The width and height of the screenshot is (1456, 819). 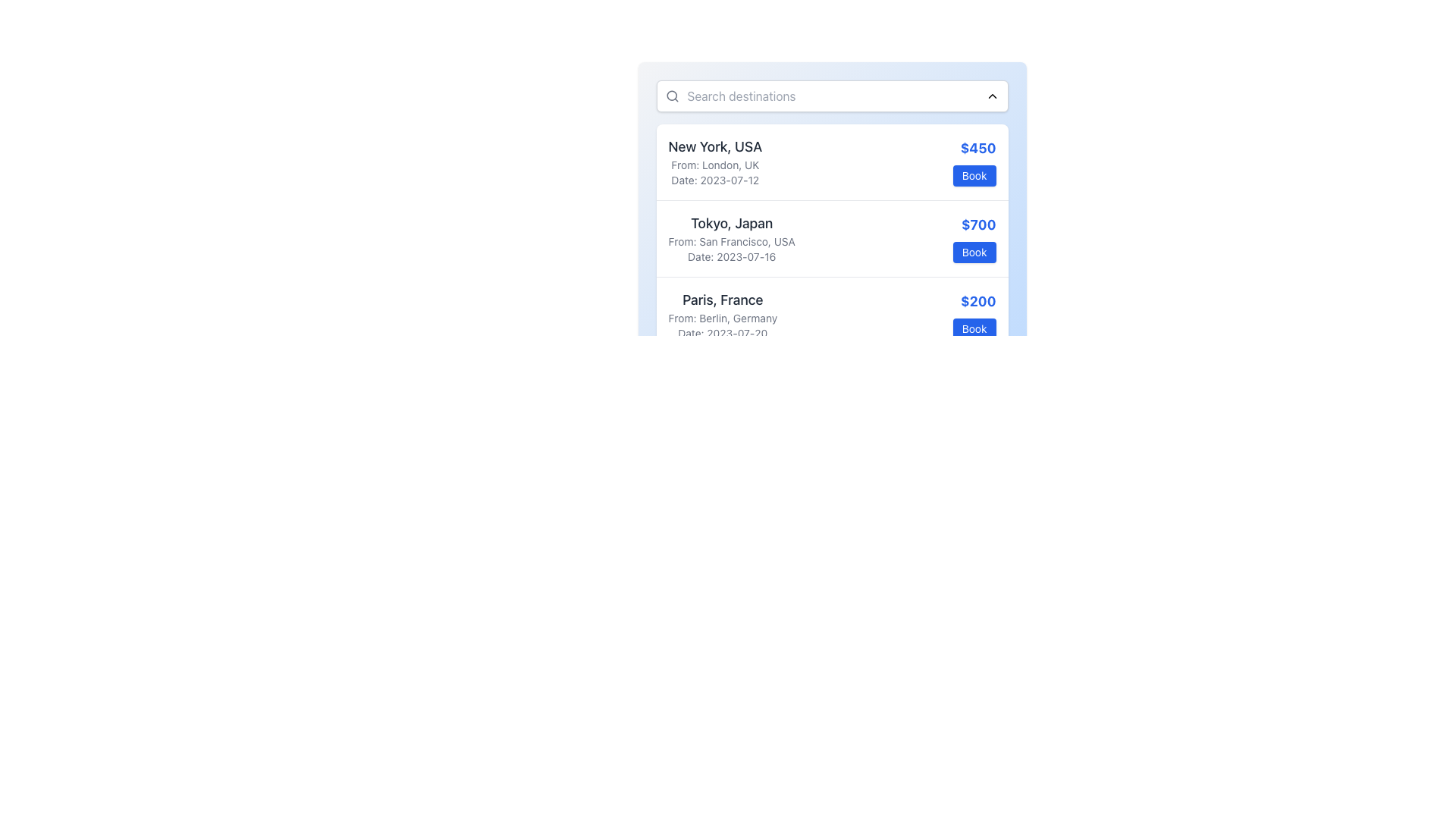 What do you see at coordinates (722, 300) in the screenshot?
I see `the destination title text label that indicates the name of the location in the travel booking interface, positioned above the 'From: Berlin, Germany' and 'Date: 2023-07-20' text elements` at bounding box center [722, 300].